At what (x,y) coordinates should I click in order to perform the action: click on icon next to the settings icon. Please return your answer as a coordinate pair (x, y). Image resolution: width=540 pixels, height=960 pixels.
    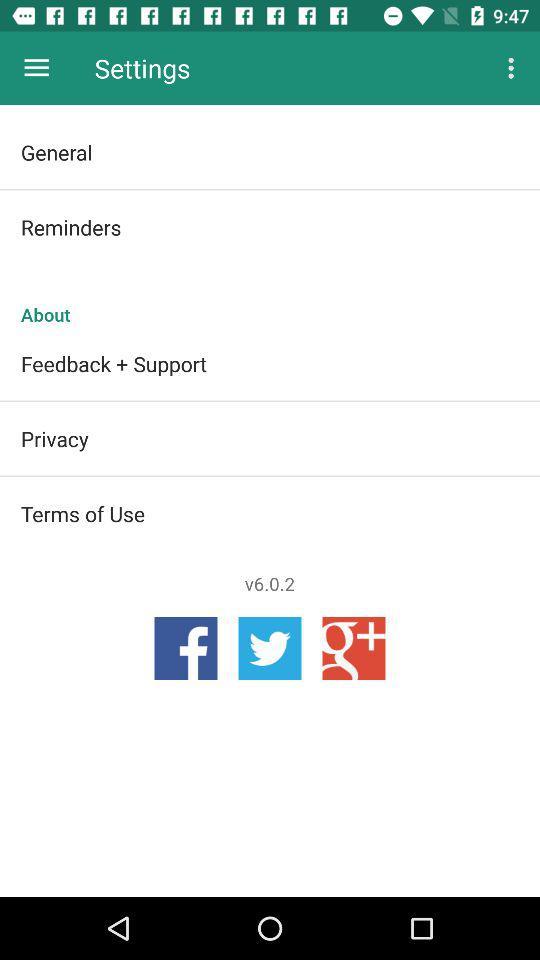
    Looking at the image, I should click on (36, 68).